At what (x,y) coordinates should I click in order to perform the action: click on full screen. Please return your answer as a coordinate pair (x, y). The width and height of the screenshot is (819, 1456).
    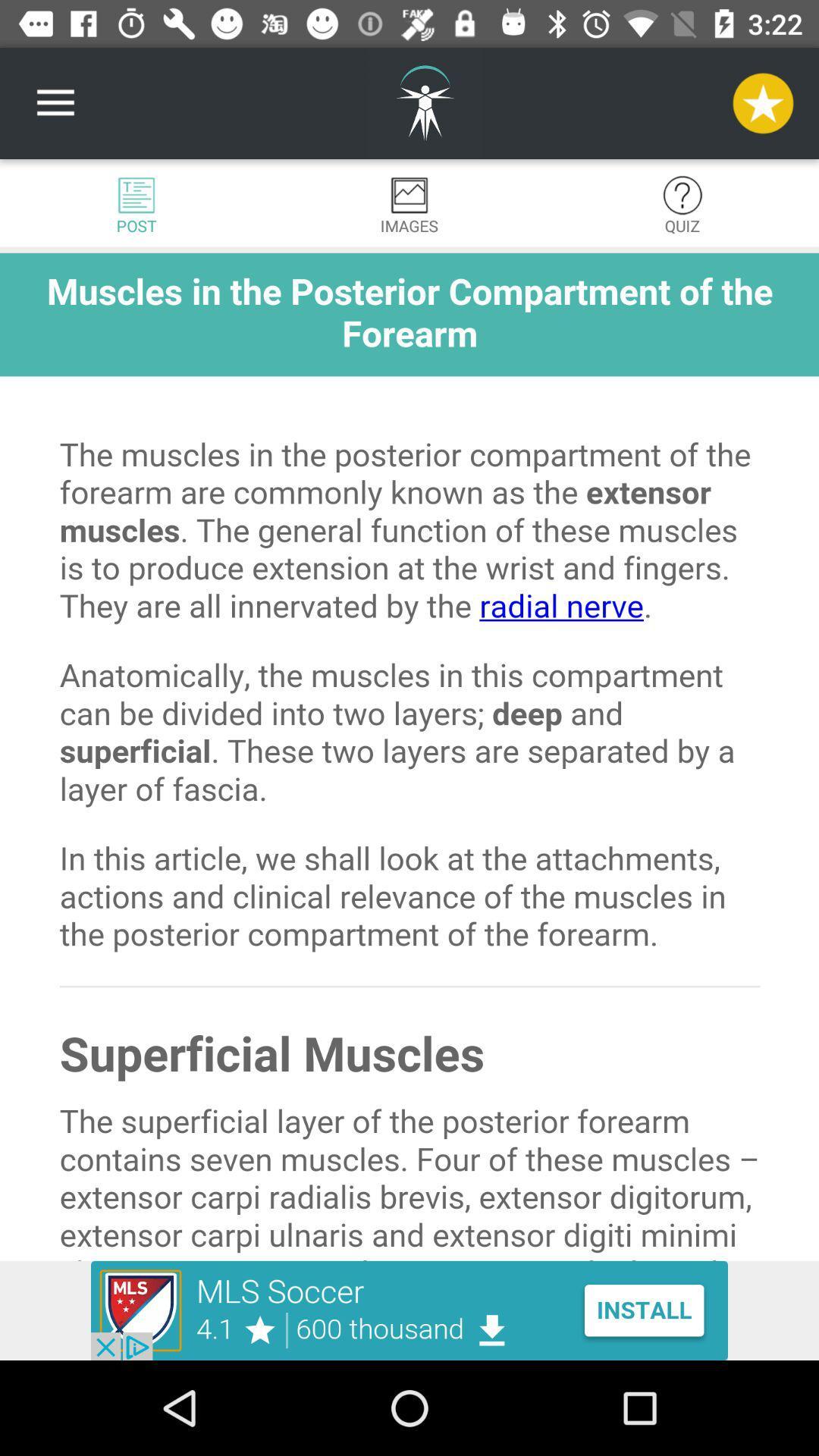
    Looking at the image, I should click on (409, 757).